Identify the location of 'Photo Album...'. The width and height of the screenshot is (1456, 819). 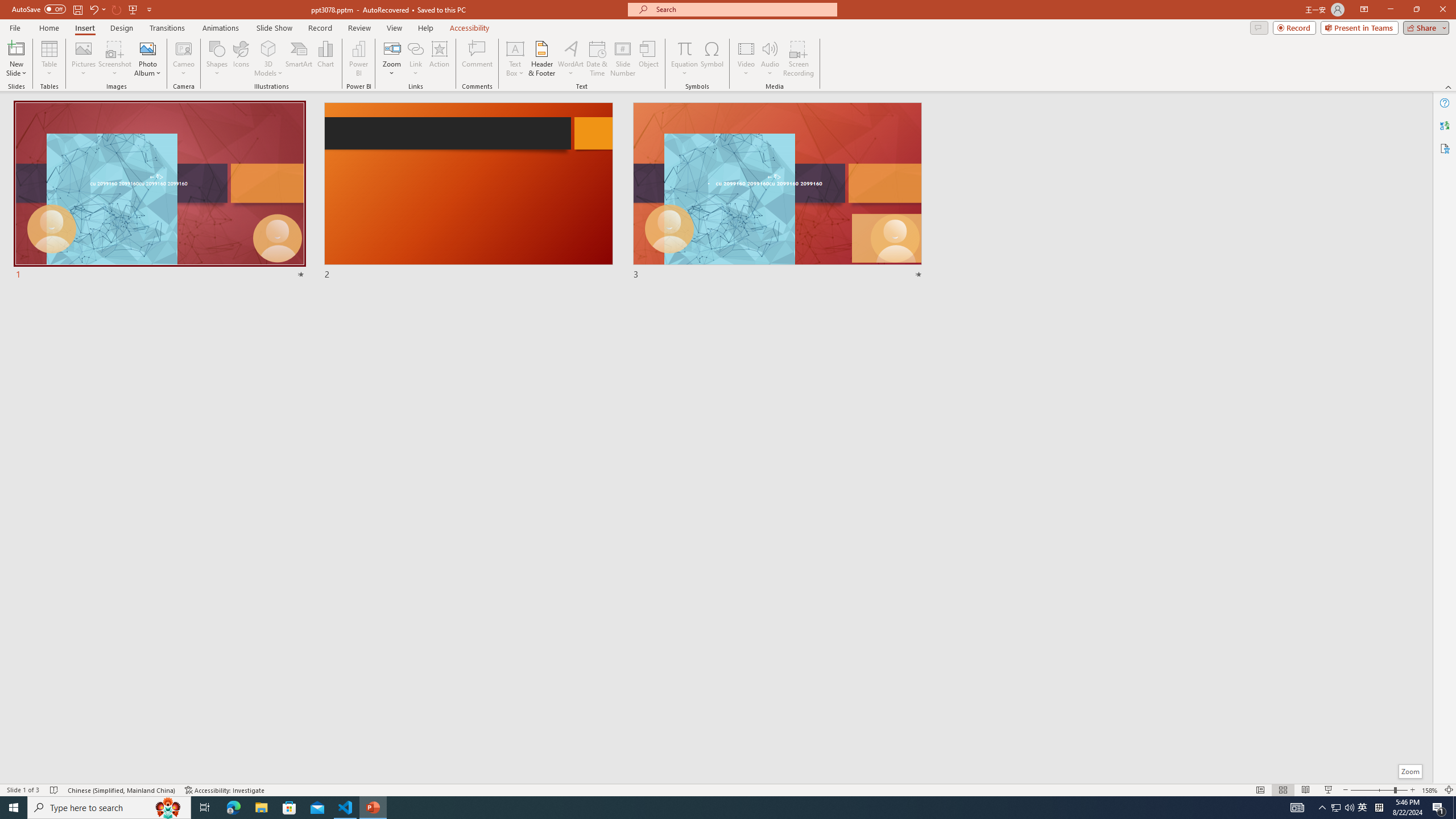
(147, 59).